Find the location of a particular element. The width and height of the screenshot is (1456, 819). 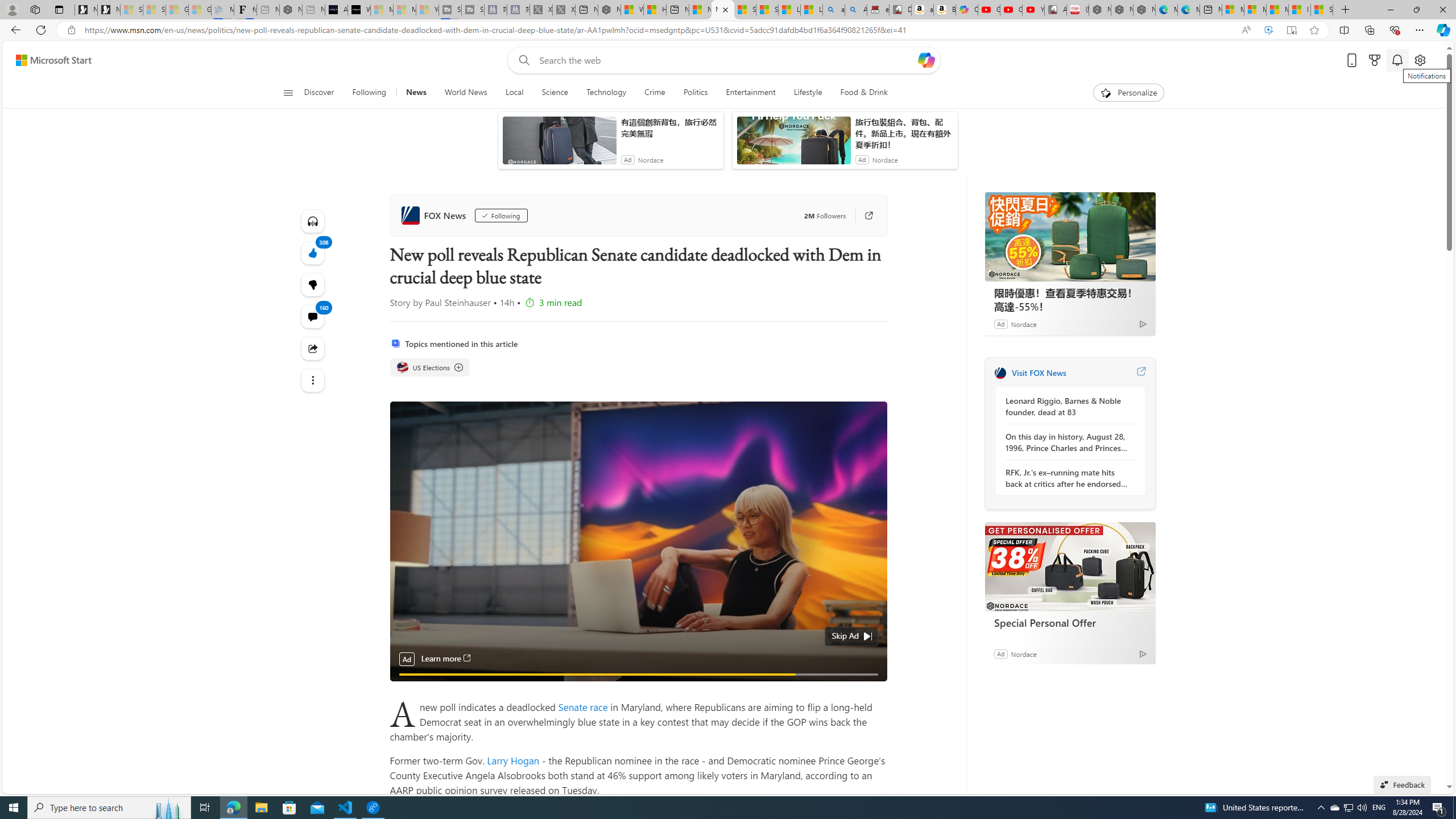

'Enter Immersive Reader (F9)' is located at coordinates (1291, 30).